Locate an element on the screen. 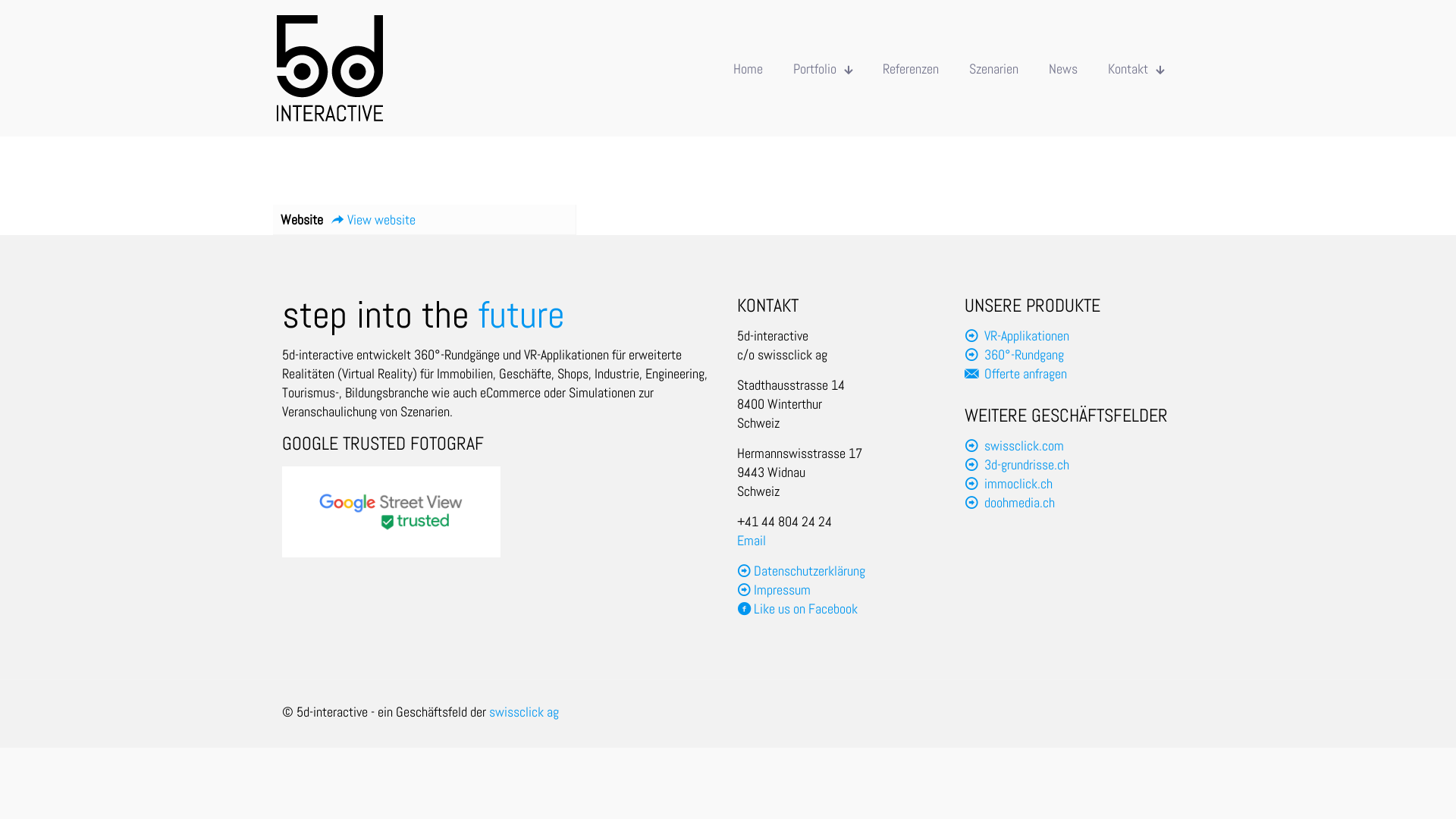 The image size is (1456, 819). 'swissclick.com' is located at coordinates (1024, 444).